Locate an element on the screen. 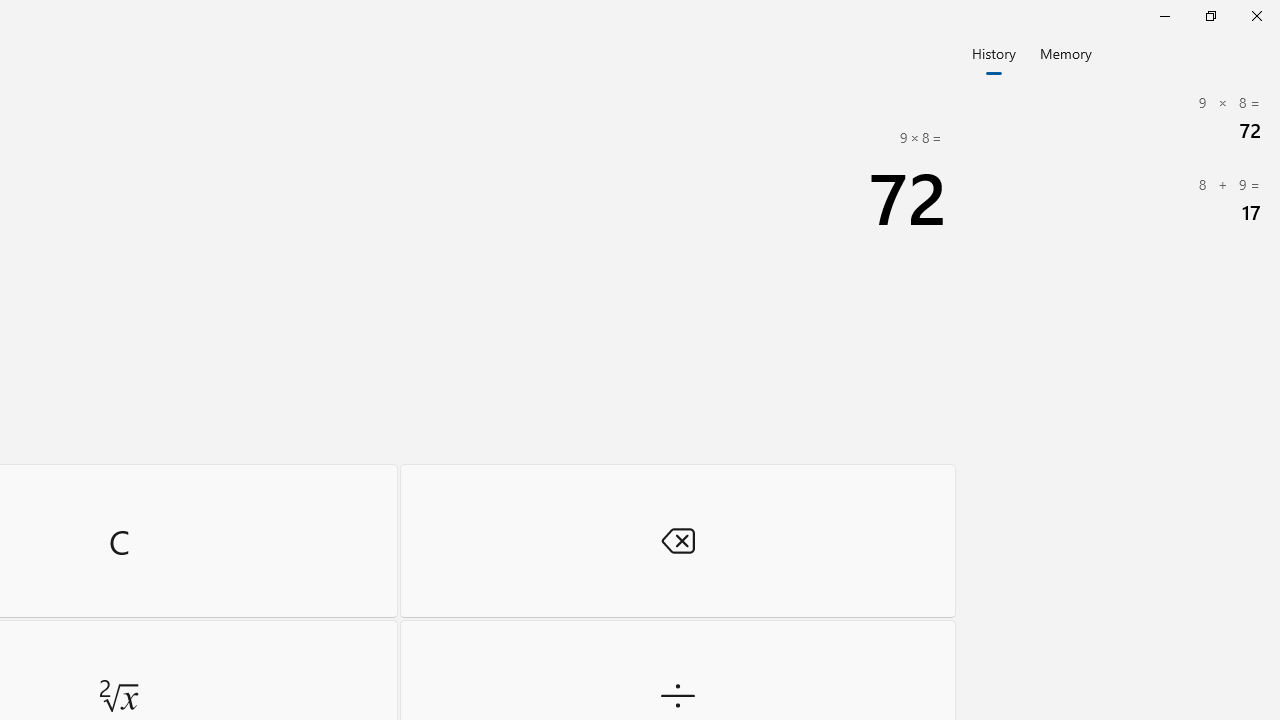 This screenshot has width=1280, height=720. 'Backspace' is located at coordinates (677, 540).